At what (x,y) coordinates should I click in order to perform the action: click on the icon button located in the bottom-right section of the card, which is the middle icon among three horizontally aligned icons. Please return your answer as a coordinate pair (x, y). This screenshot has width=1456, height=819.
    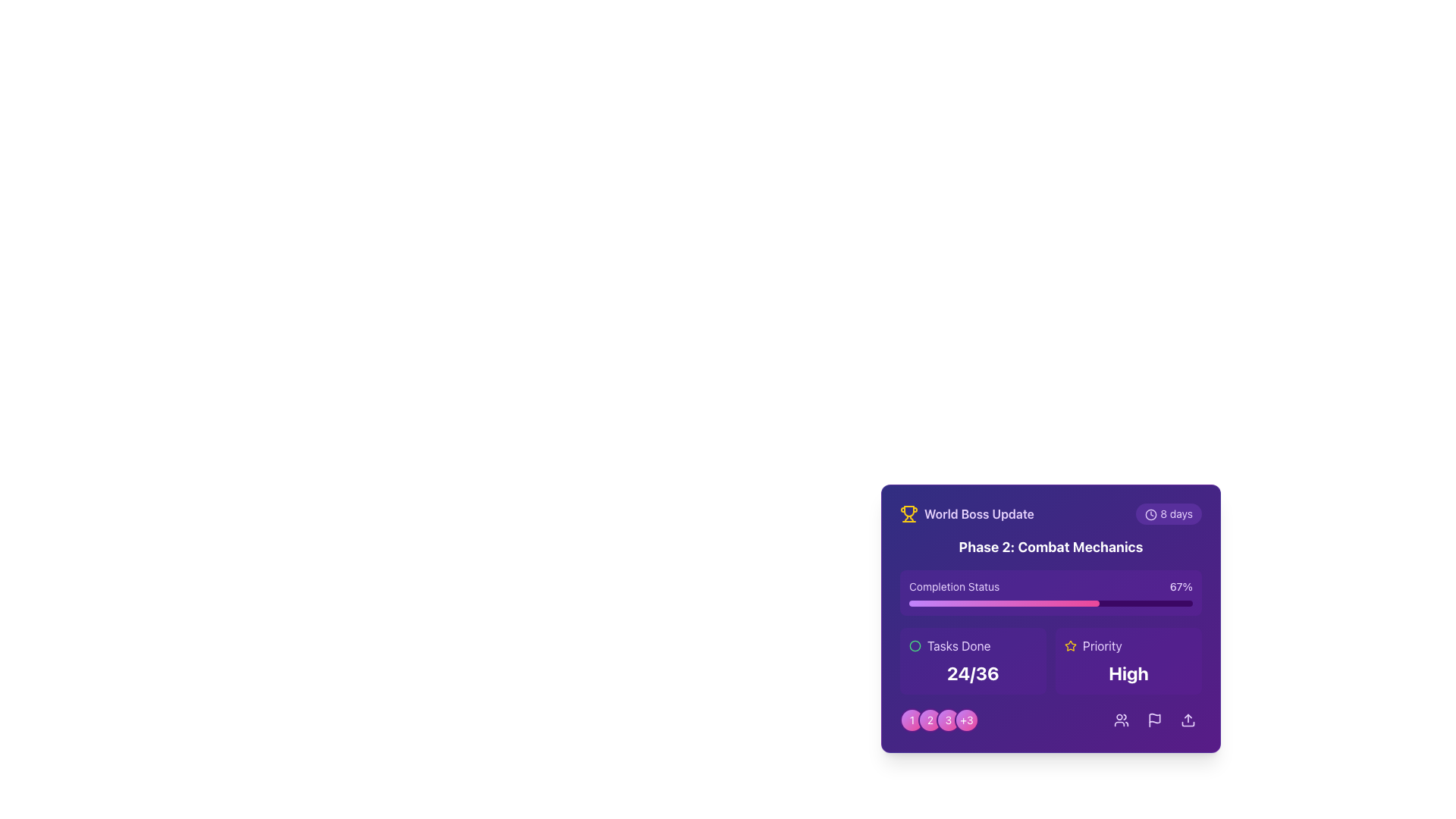
    Looking at the image, I should click on (1153, 719).